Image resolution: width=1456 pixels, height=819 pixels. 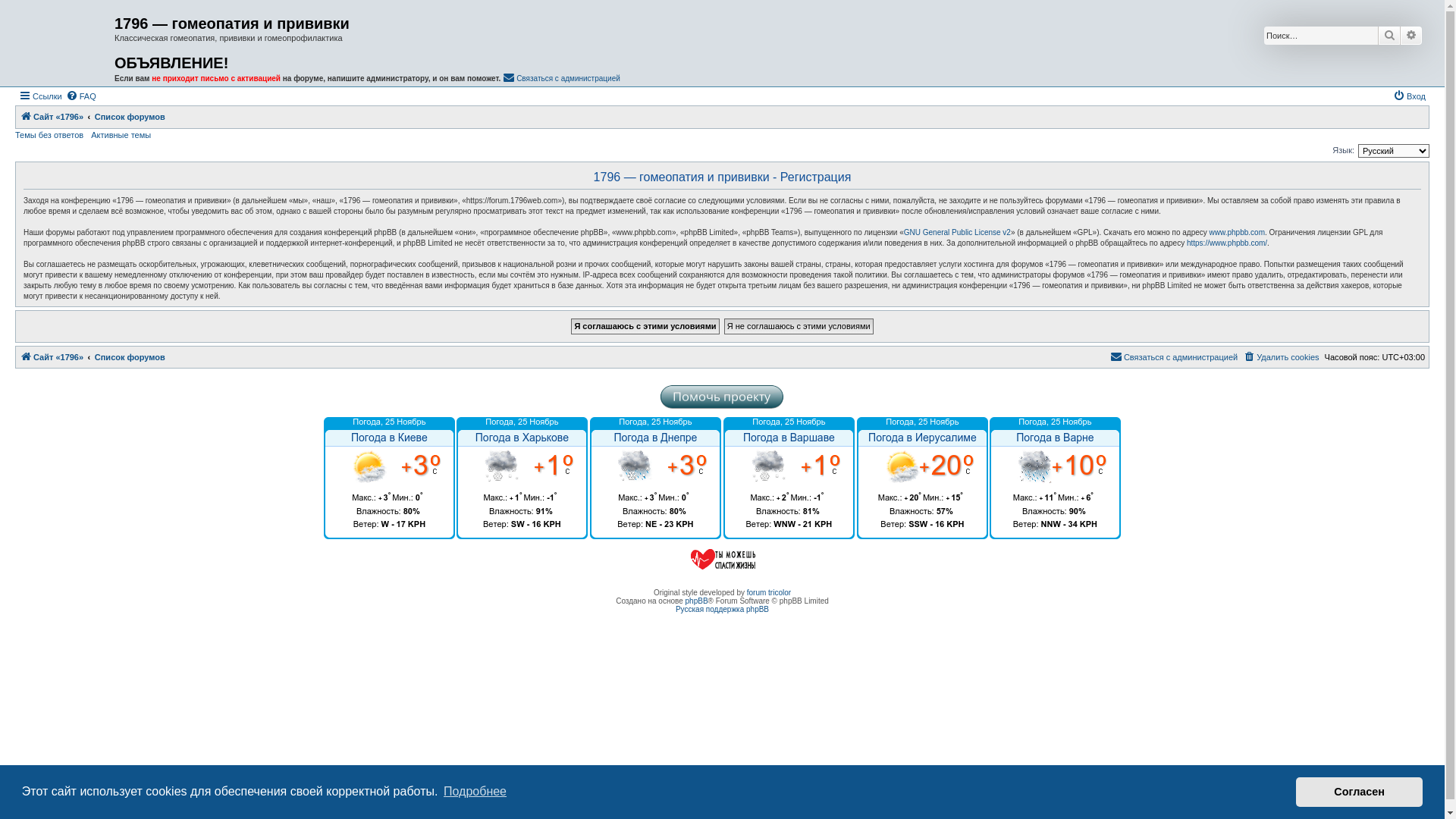 What do you see at coordinates (746, 591) in the screenshot?
I see `'forum tricolor'` at bounding box center [746, 591].